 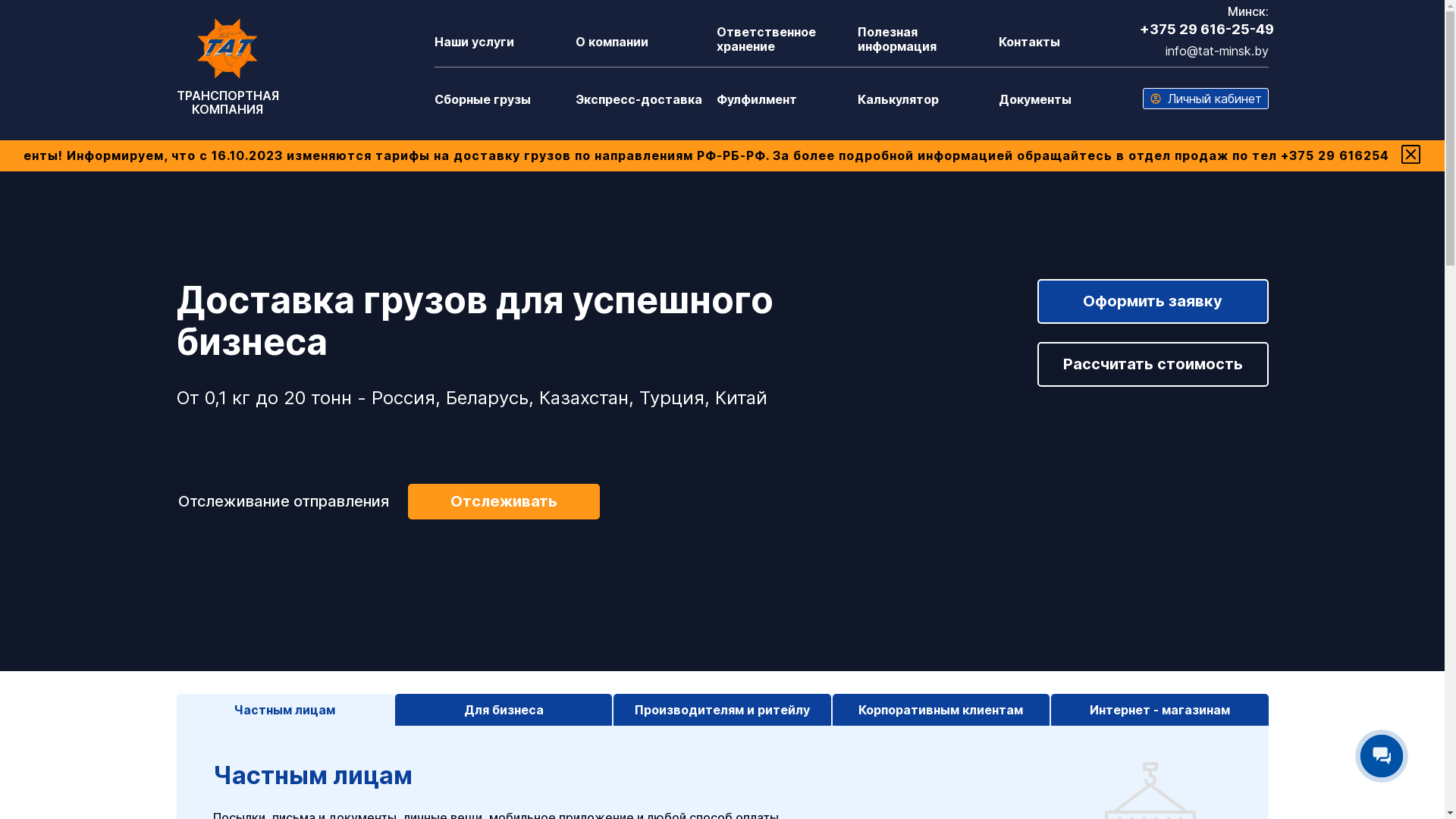 I want to click on '+375 29 616-25-49', so click(x=1205, y=29).